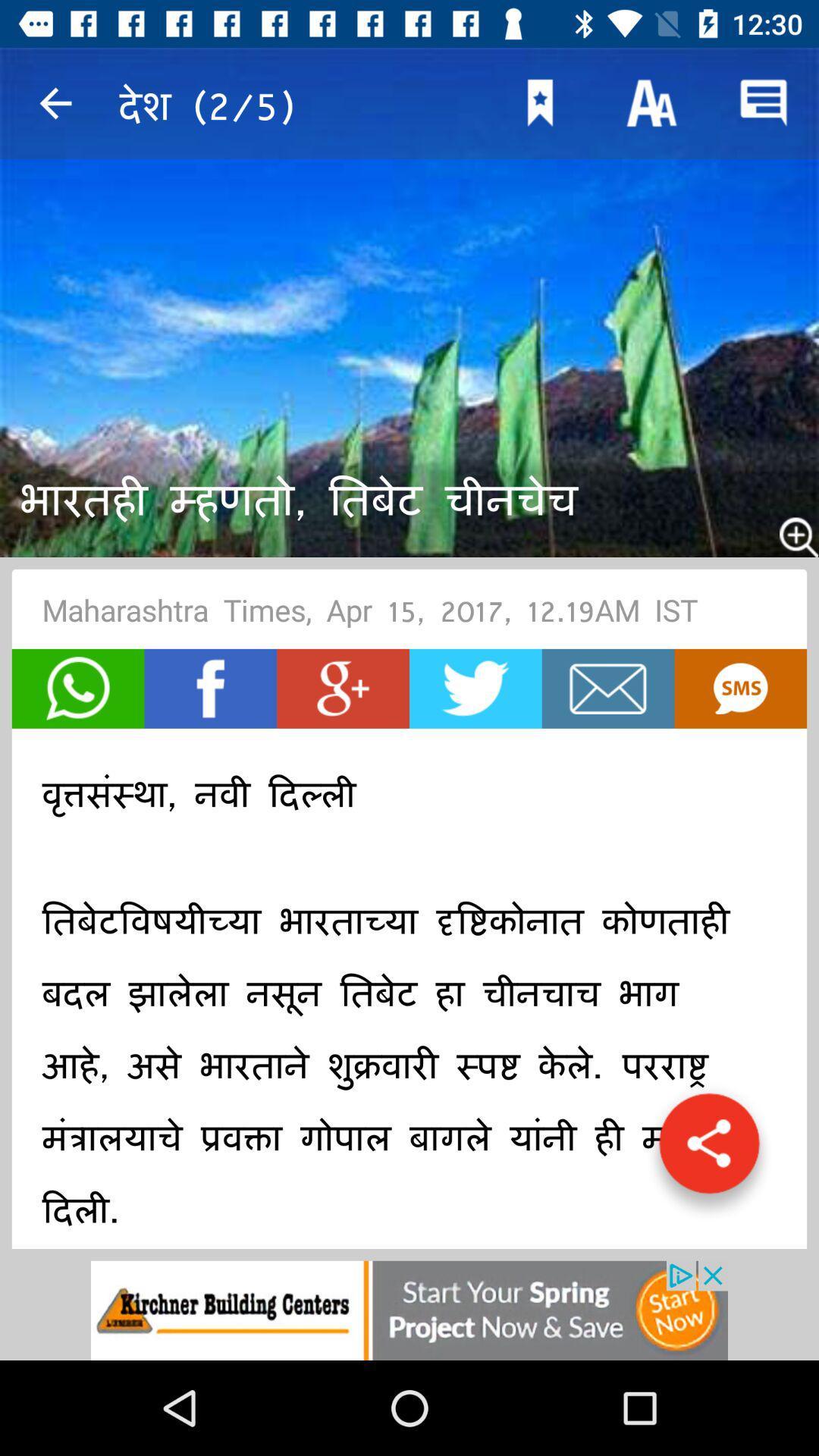 This screenshot has height=1456, width=819. I want to click on to go subtiffles captioning, so click(739, 688).